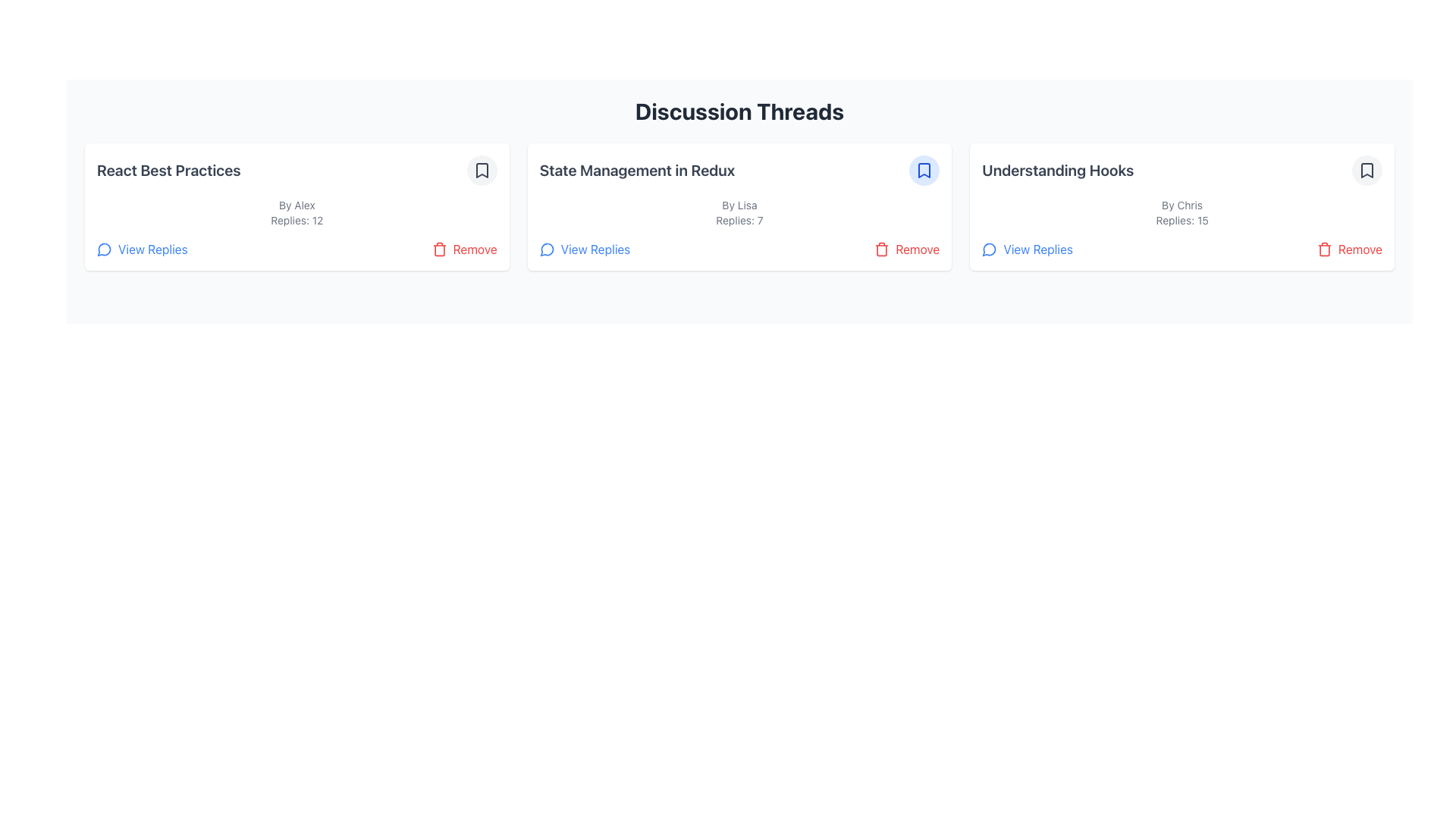 The width and height of the screenshot is (1456, 819). I want to click on the trash bin icon located to the right of the 'State Management in Redux' discussion card to initiate a removal action, so click(882, 248).